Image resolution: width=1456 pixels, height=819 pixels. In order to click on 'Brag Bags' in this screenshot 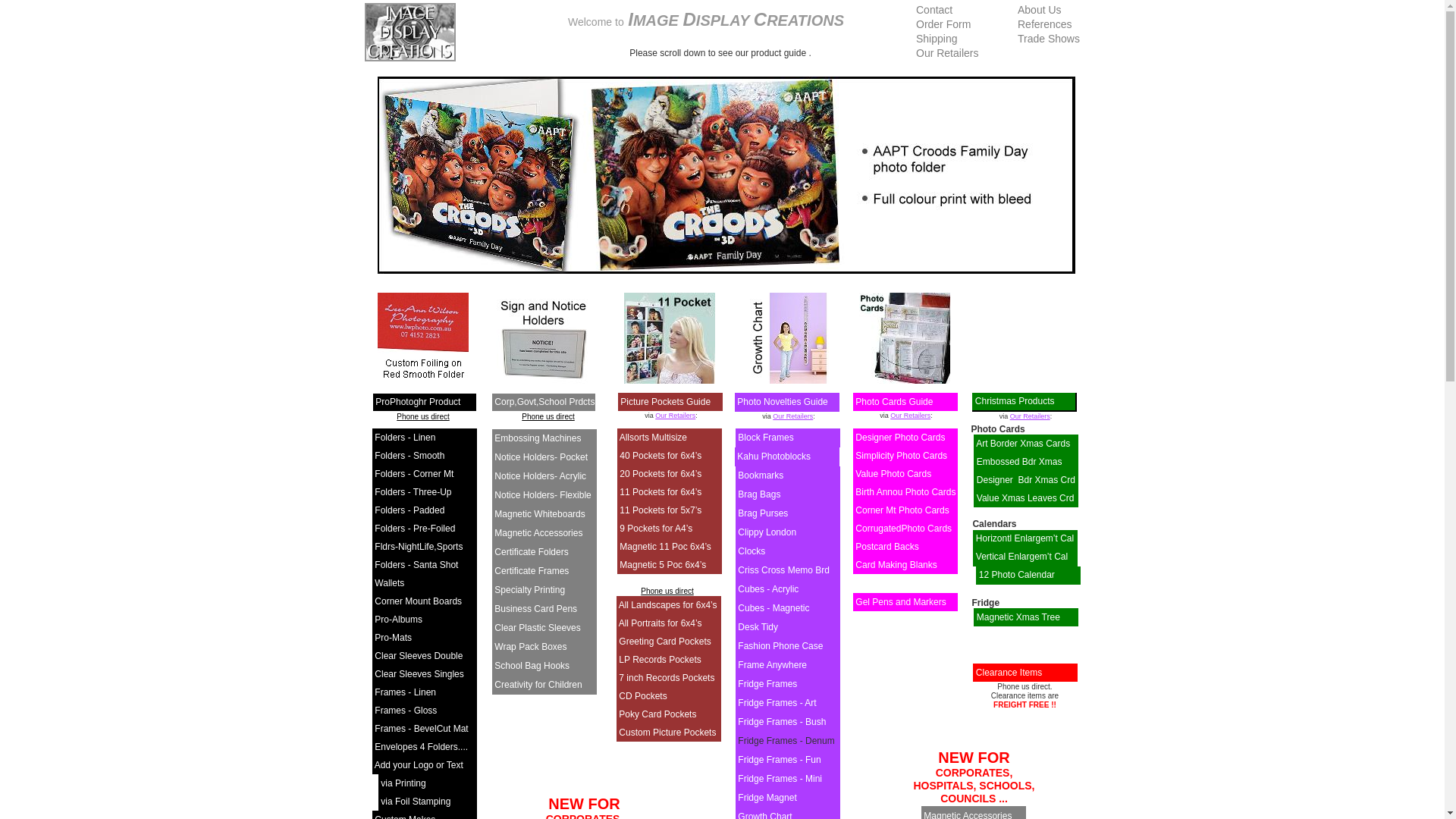, I will do `click(759, 494)`.